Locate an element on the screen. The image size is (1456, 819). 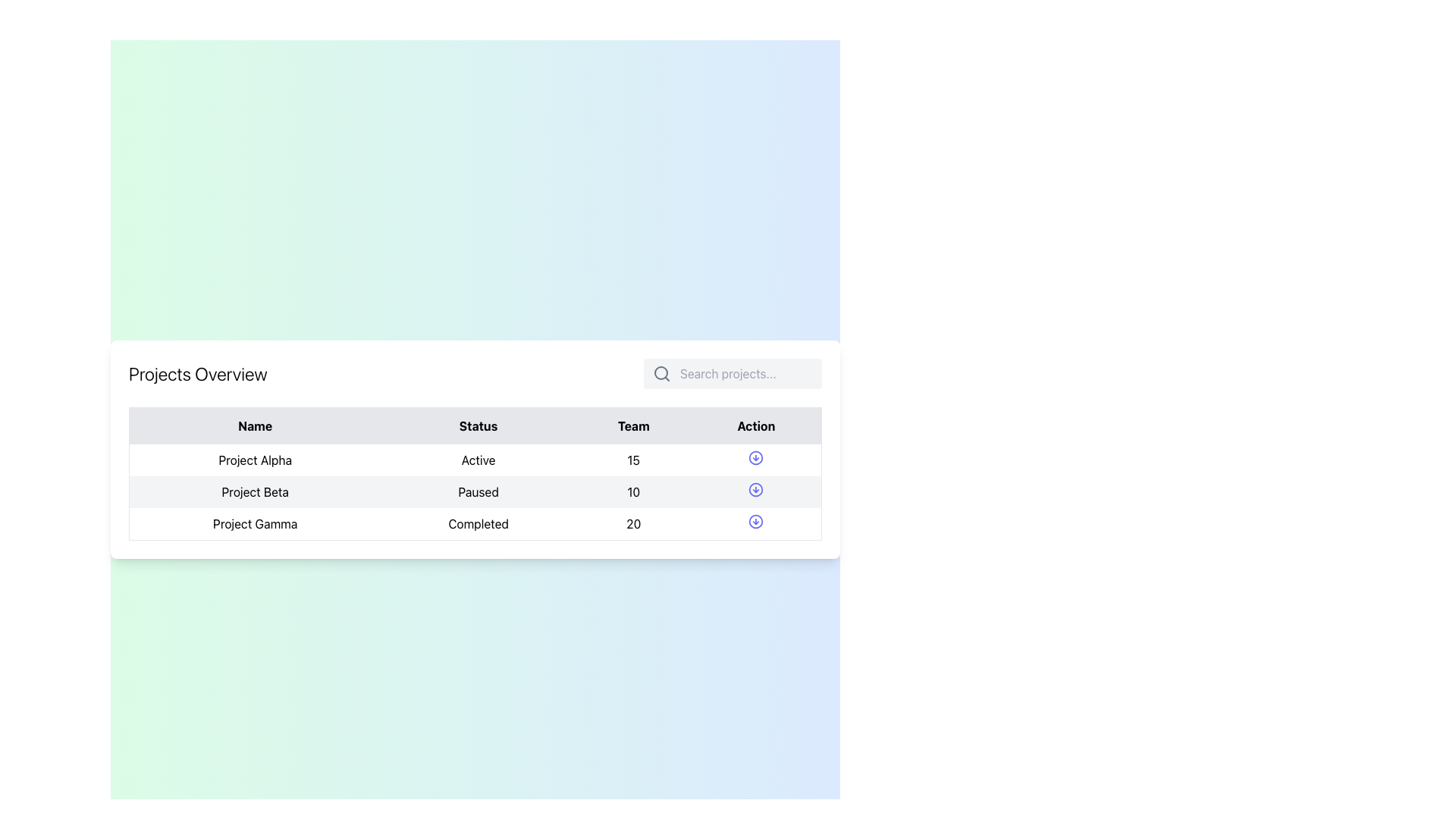
displayed text 'Active' from the Text Label indicating the status of the project in the second column of the first row of the project overview table is located at coordinates (475, 459).